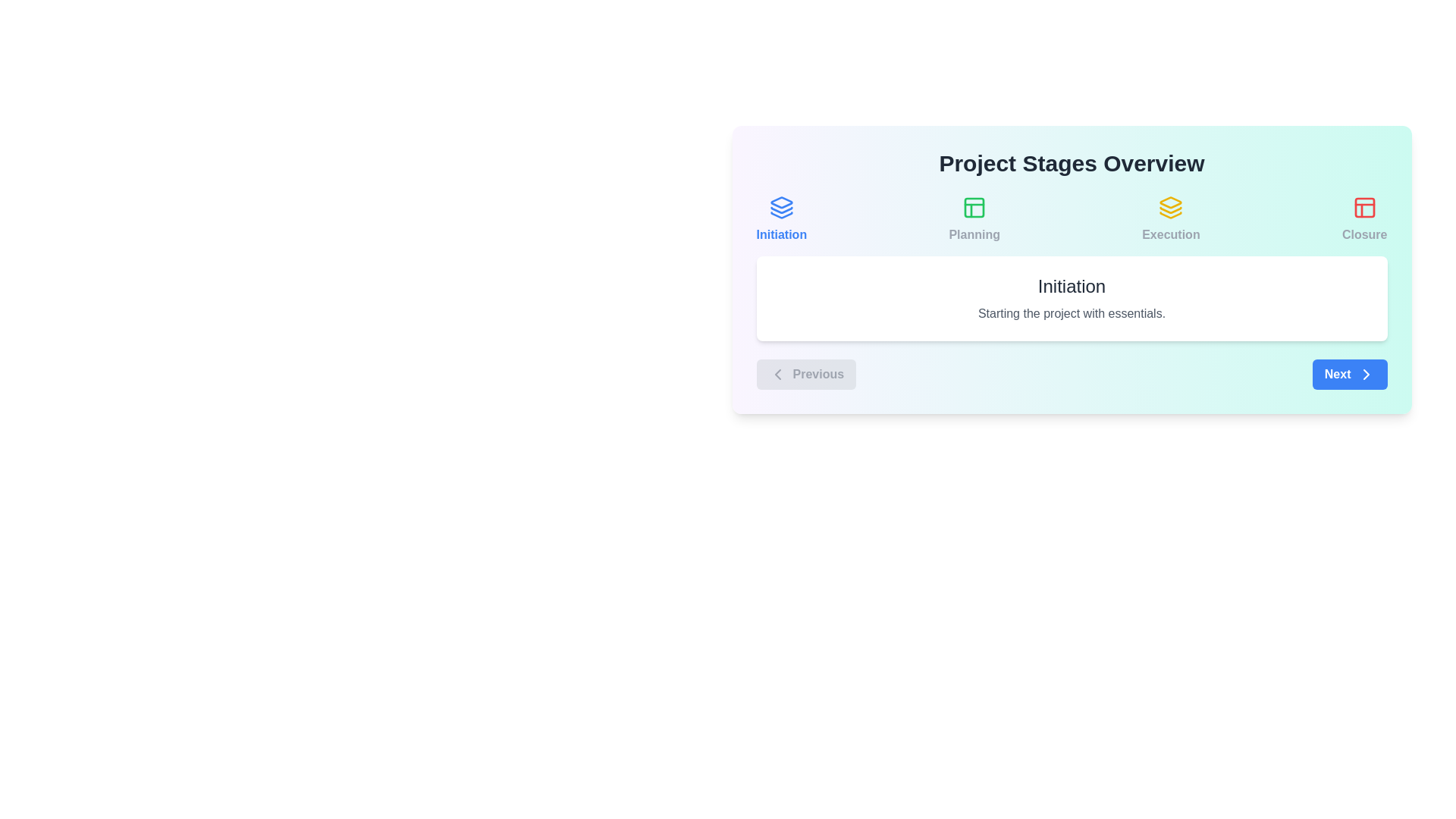 The width and height of the screenshot is (1456, 819). I want to click on the centered, bold title text reading 'Project Stages Overview' located at the top of the card, so click(1071, 164).